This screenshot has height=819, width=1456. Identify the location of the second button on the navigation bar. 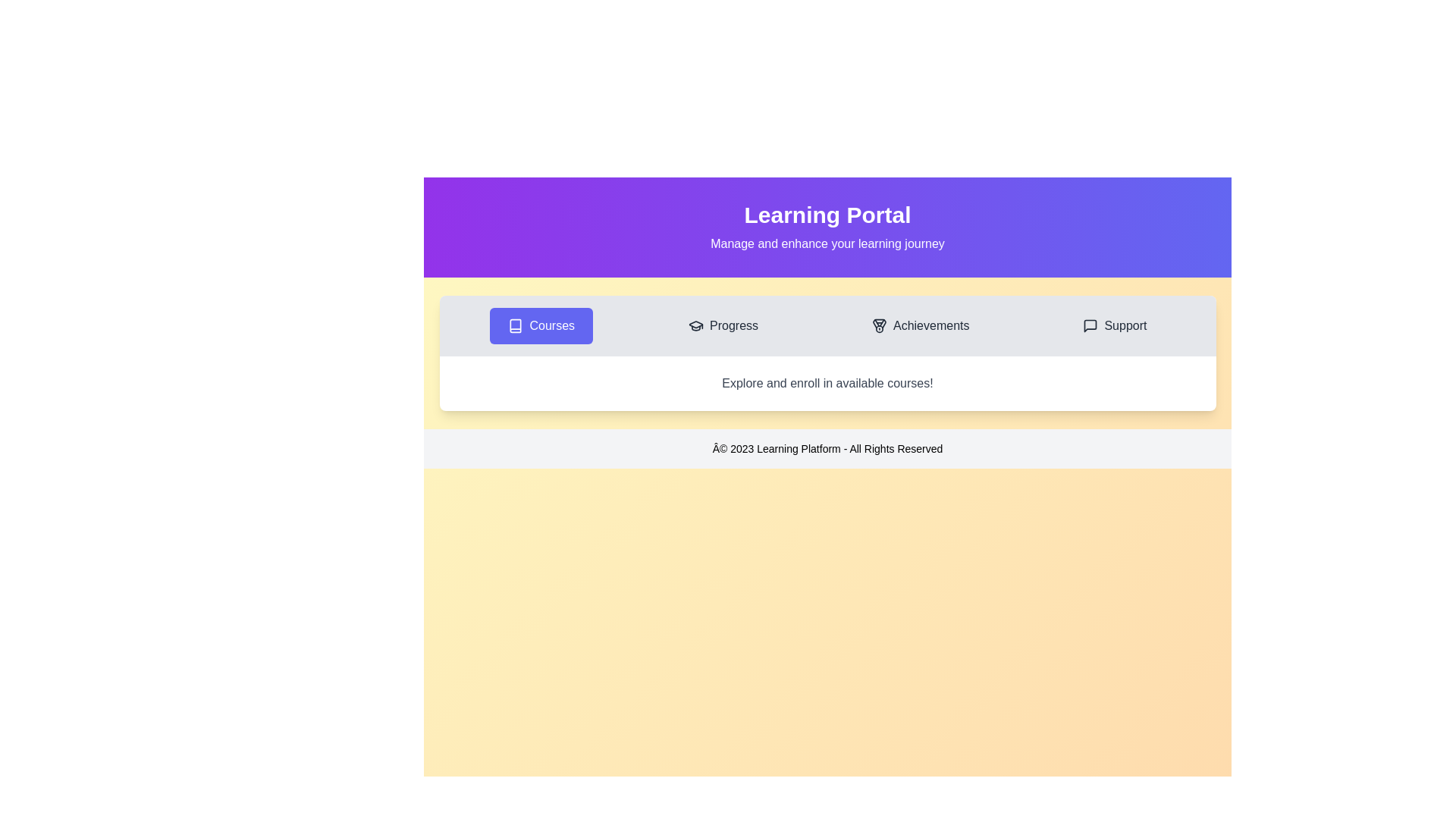
(723, 325).